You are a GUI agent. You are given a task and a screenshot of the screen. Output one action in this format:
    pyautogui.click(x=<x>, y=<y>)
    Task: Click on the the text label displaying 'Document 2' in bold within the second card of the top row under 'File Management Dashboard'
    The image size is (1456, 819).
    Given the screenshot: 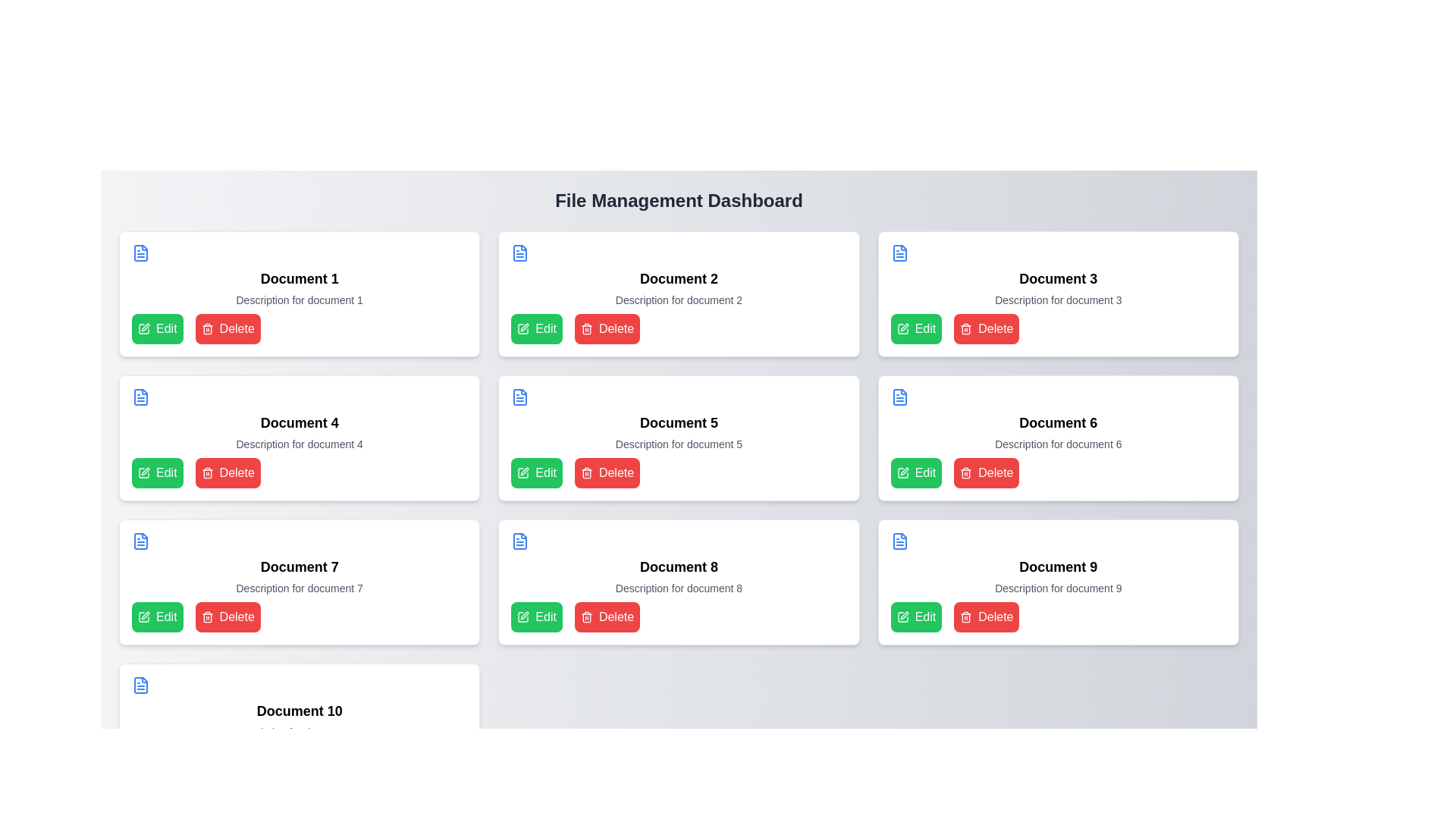 What is the action you would take?
    pyautogui.click(x=678, y=278)
    